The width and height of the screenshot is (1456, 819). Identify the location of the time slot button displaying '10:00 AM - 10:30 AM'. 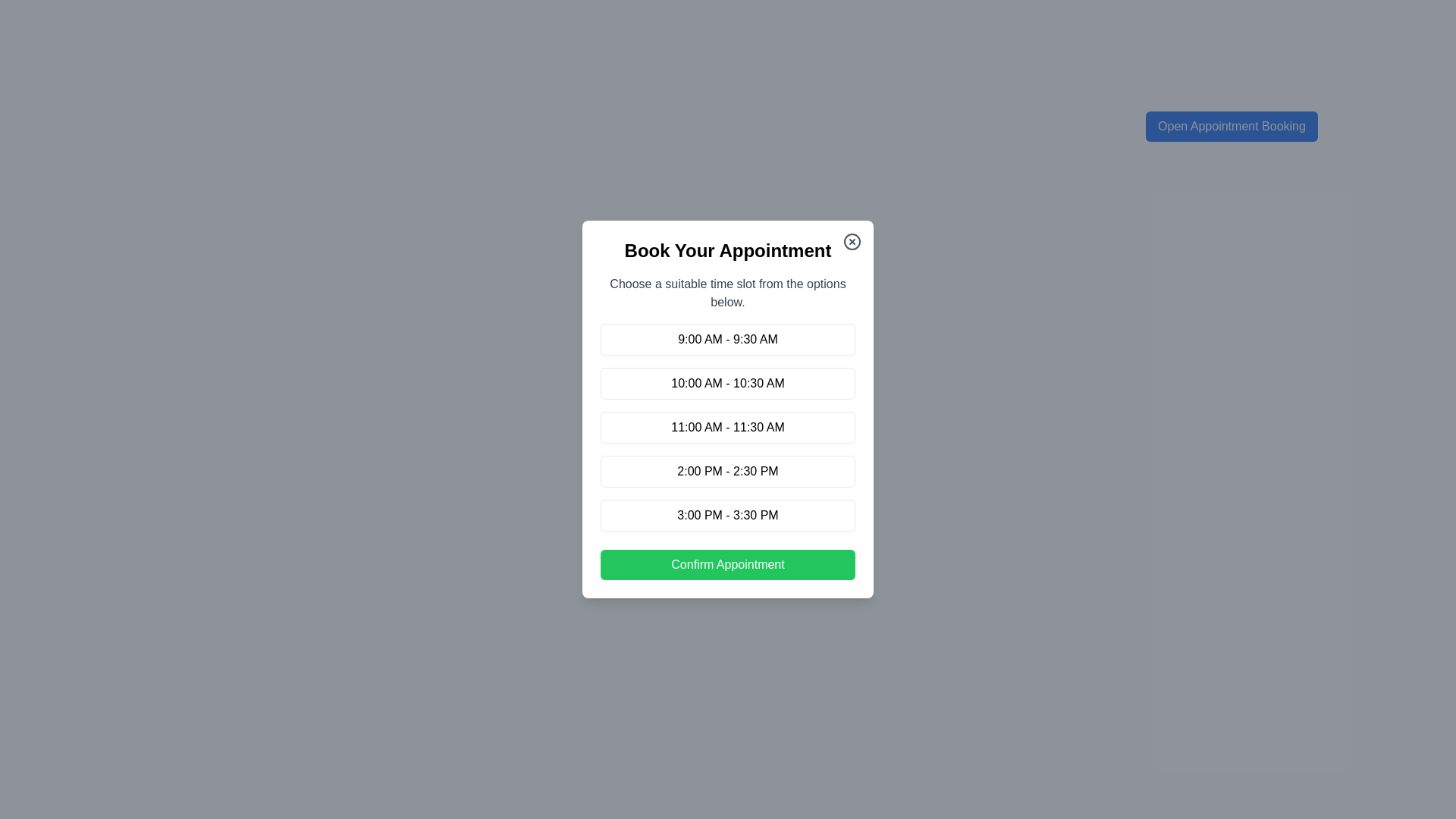
(728, 382).